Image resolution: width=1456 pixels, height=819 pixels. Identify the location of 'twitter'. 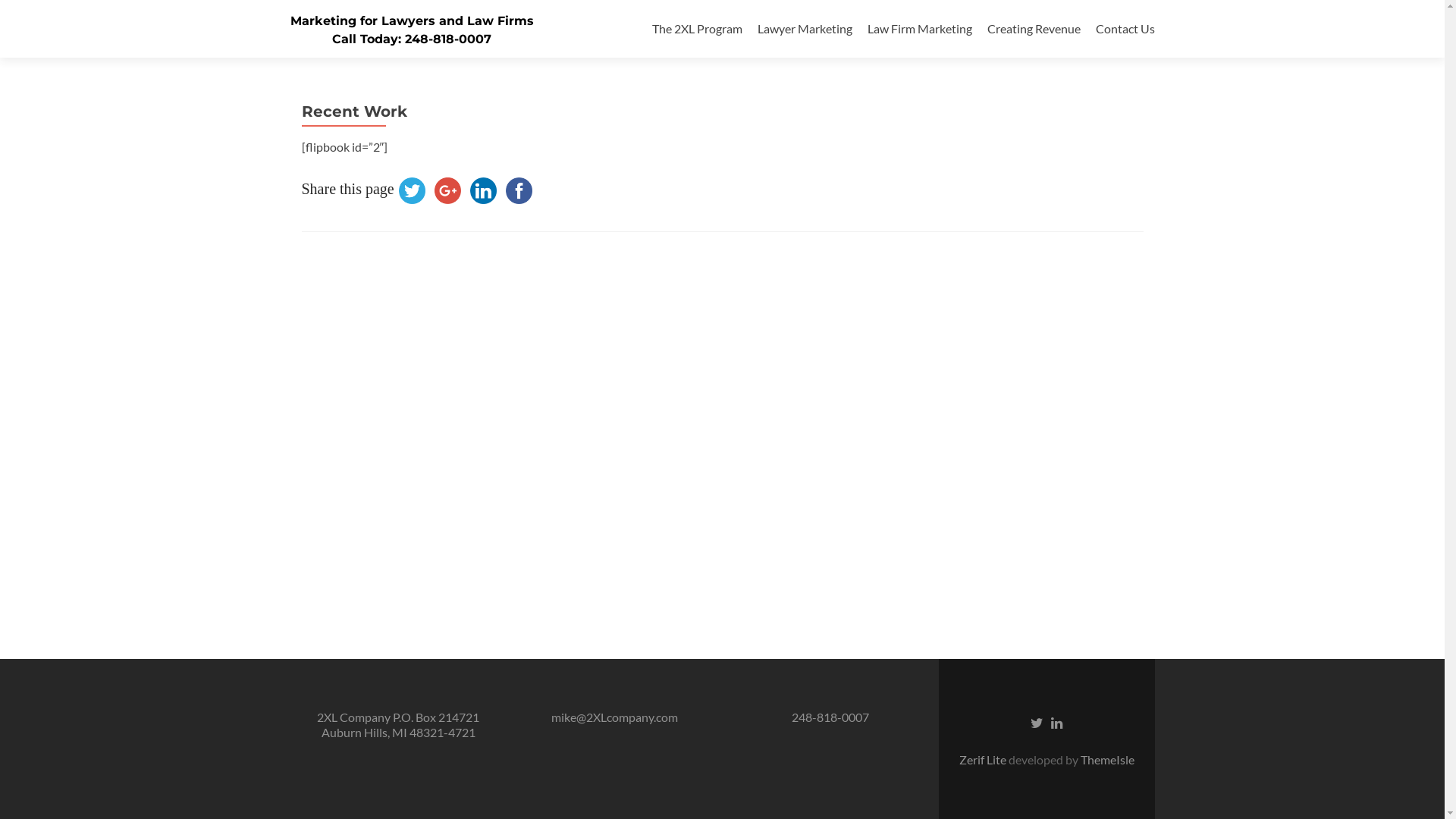
(412, 190).